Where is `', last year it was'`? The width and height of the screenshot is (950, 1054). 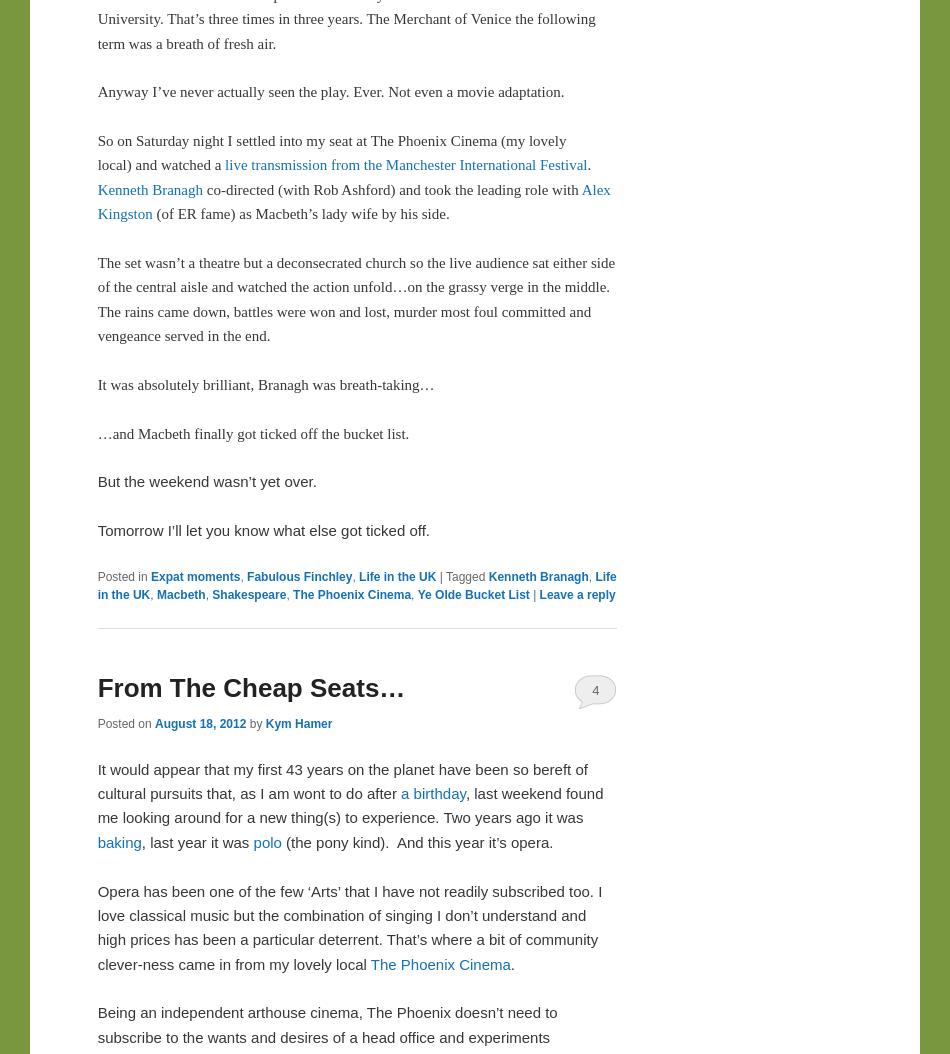 ', last year it was' is located at coordinates (195, 840).